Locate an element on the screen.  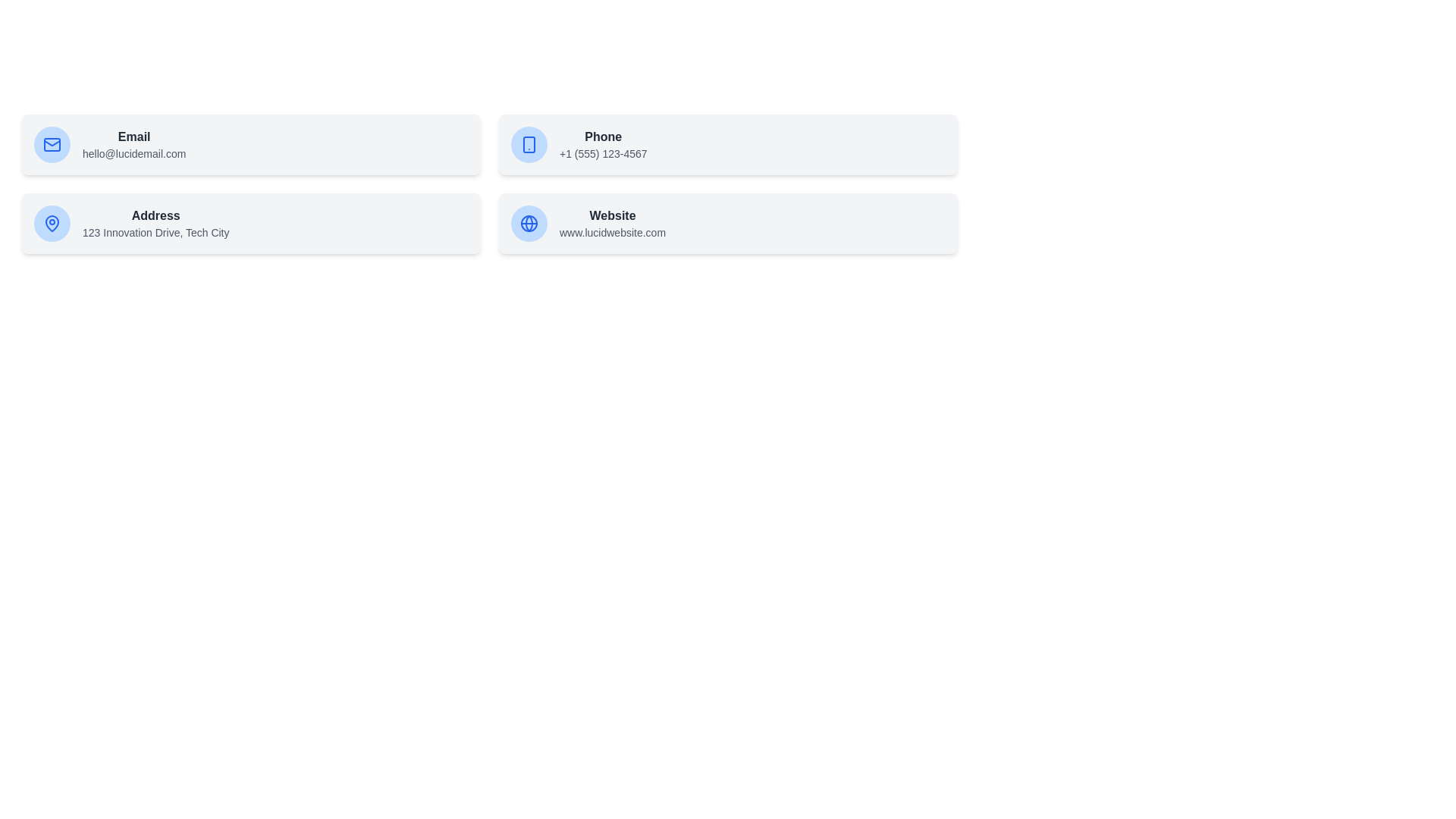
the 'Address' information display panel which has a gray background, rounded corners, and contains a pin icon. This action is intended for accessibility purposes is located at coordinates (251, 223).